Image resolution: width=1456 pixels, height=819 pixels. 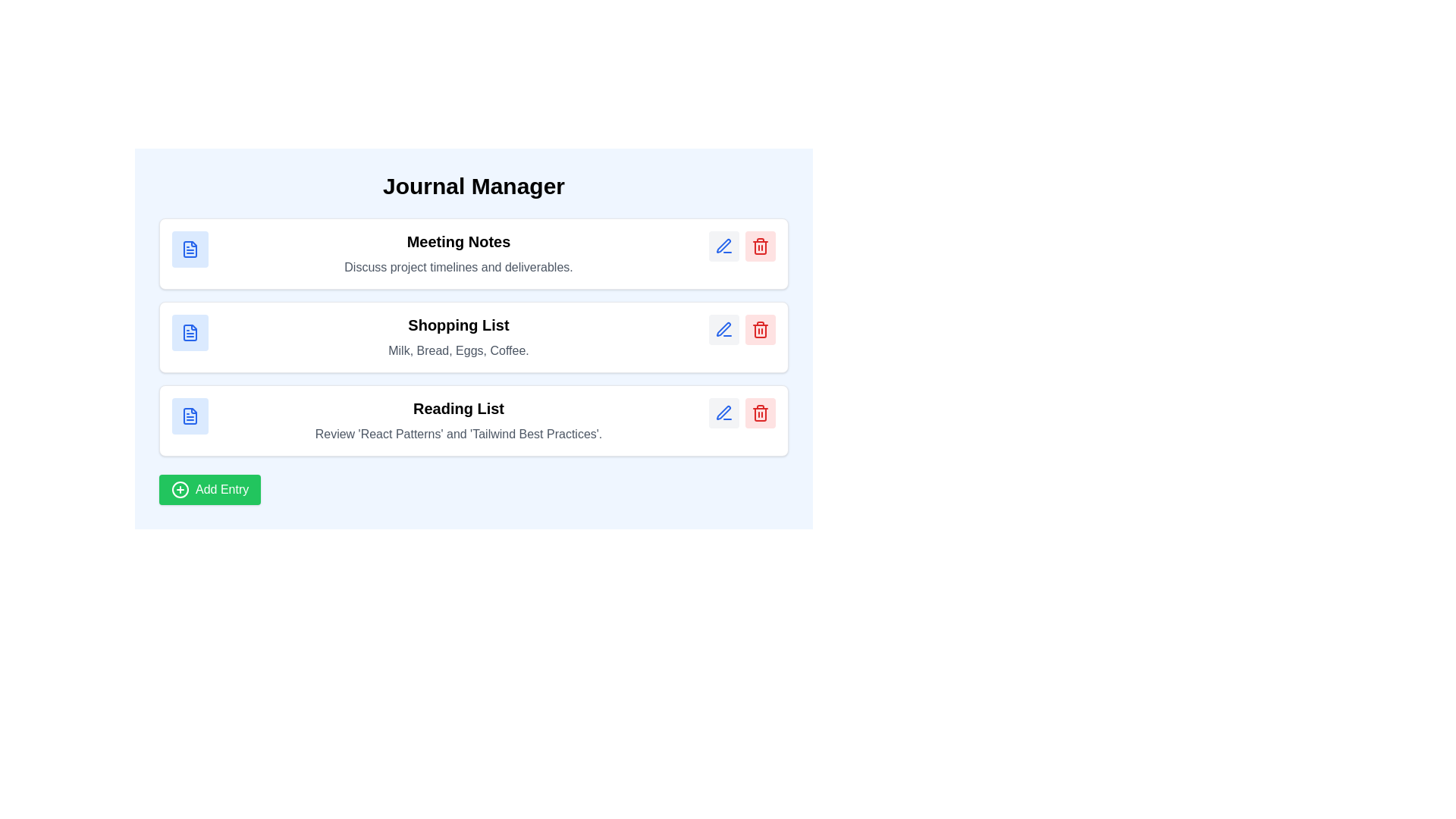 What do you see at coordinates (723, 329) in the screenshot?
I see `the editing button for 'Shopping List'` at bounding box center [723, 329].